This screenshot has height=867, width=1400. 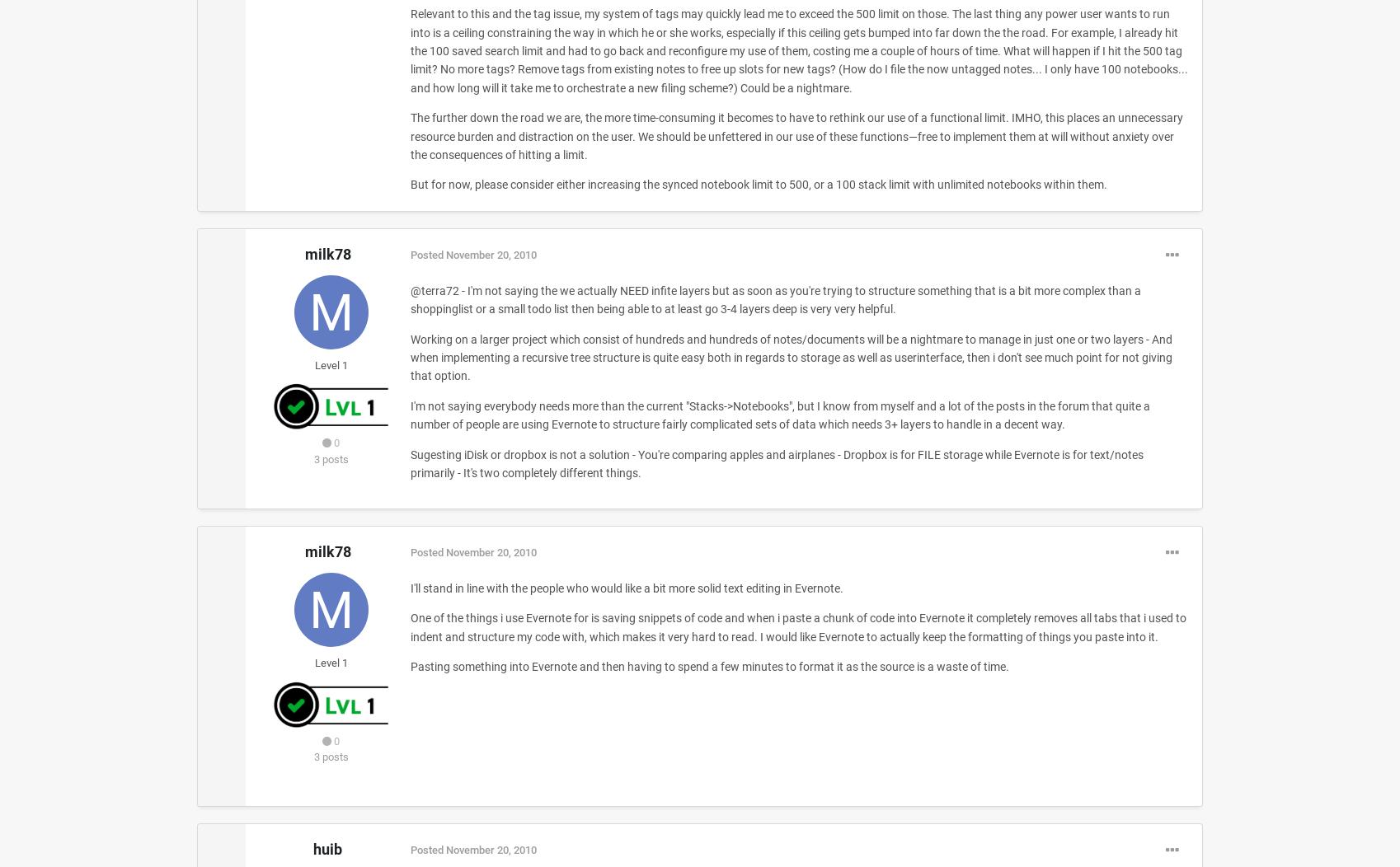 I want to click on 'Working on a larger project which consist of hundreds and hundreds of notes/documents will be a nightmare to manage in just one or two layers - And when implementing a recursive tree structure is quite easy both in regards to storage as well as userinterface, then i don't see much point for not giving that option.', so click(x=790, y=356).